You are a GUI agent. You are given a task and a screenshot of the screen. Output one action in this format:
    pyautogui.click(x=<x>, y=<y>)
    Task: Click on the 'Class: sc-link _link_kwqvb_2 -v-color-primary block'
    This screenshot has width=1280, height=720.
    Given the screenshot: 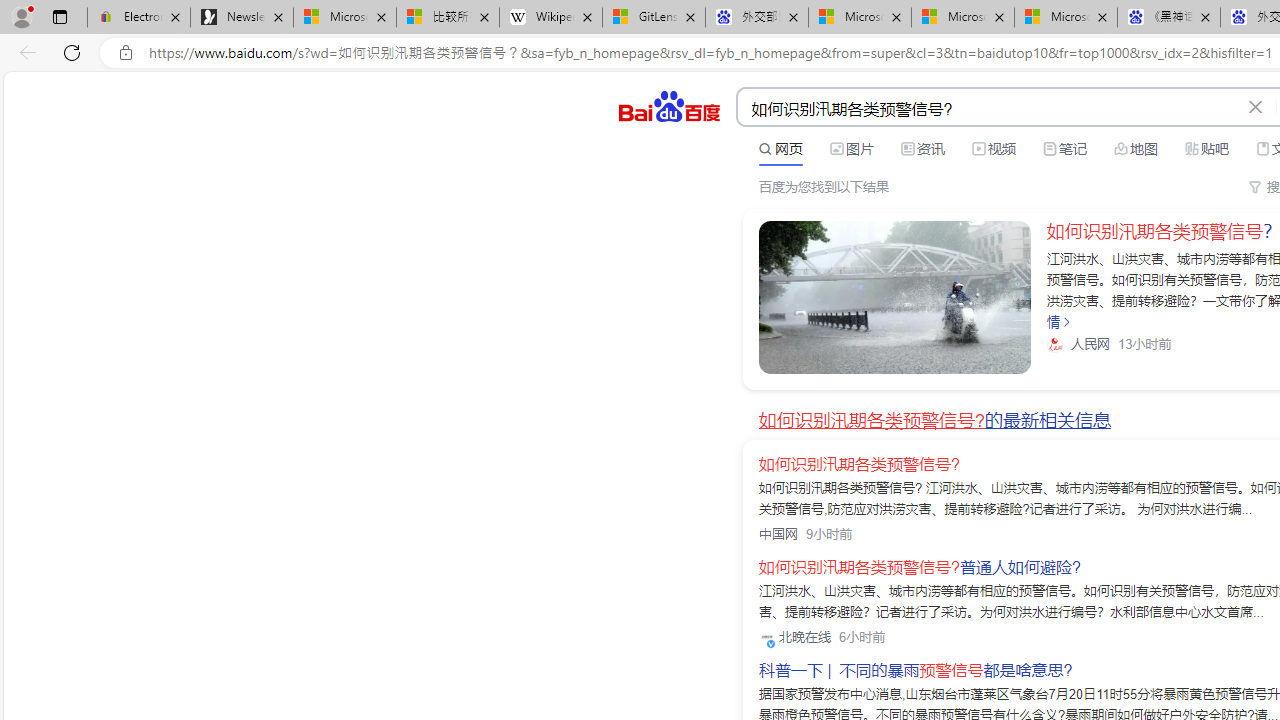 What is the action you would take?
    pyautogui.click(x=893, y=297)
    